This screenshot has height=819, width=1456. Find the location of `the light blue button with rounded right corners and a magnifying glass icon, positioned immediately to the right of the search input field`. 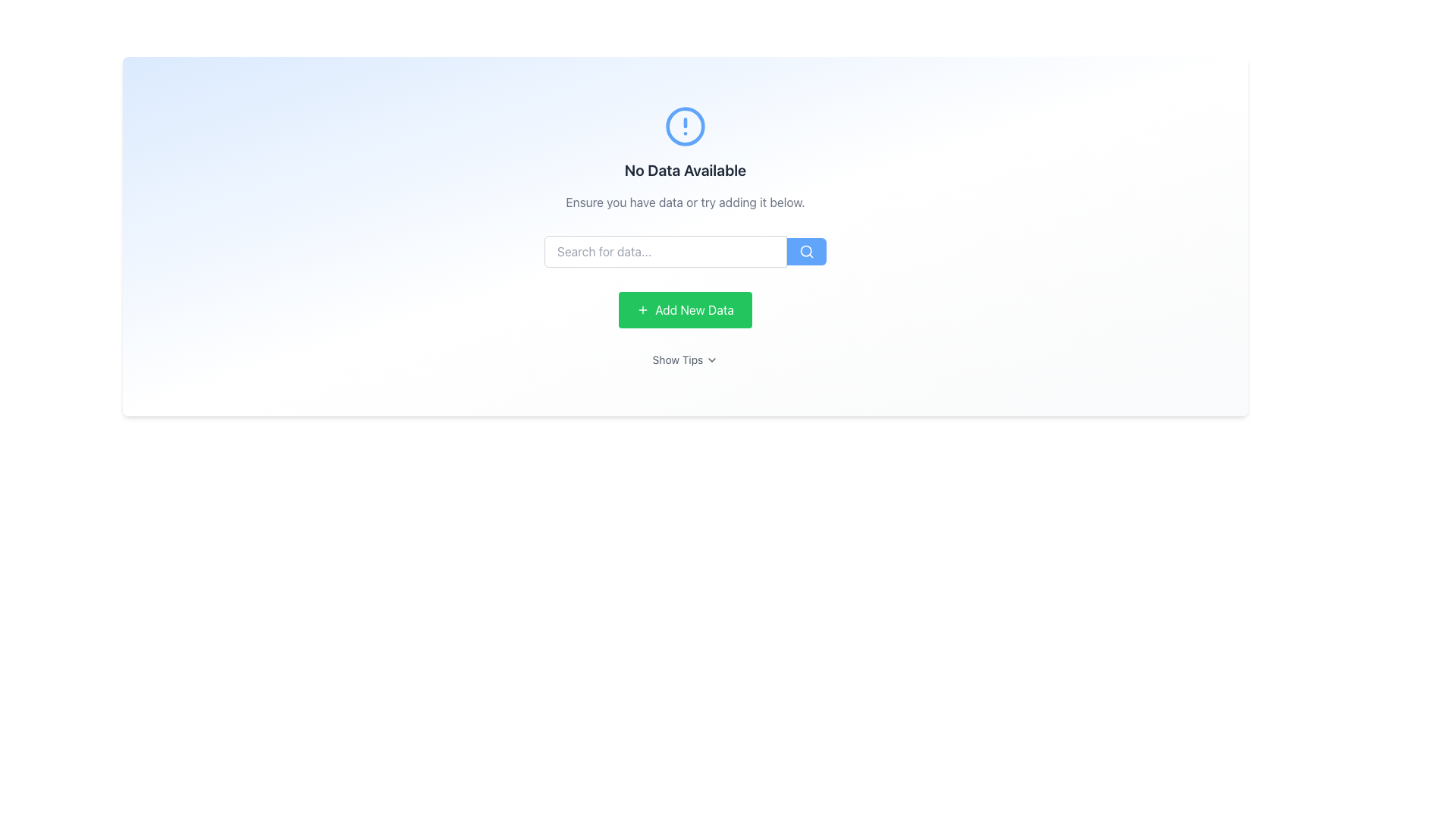

the light blue button with rounded right corners and a magnifying glass icon, positioned immediately to the right of the search input field is located at coordinates (806, 250).